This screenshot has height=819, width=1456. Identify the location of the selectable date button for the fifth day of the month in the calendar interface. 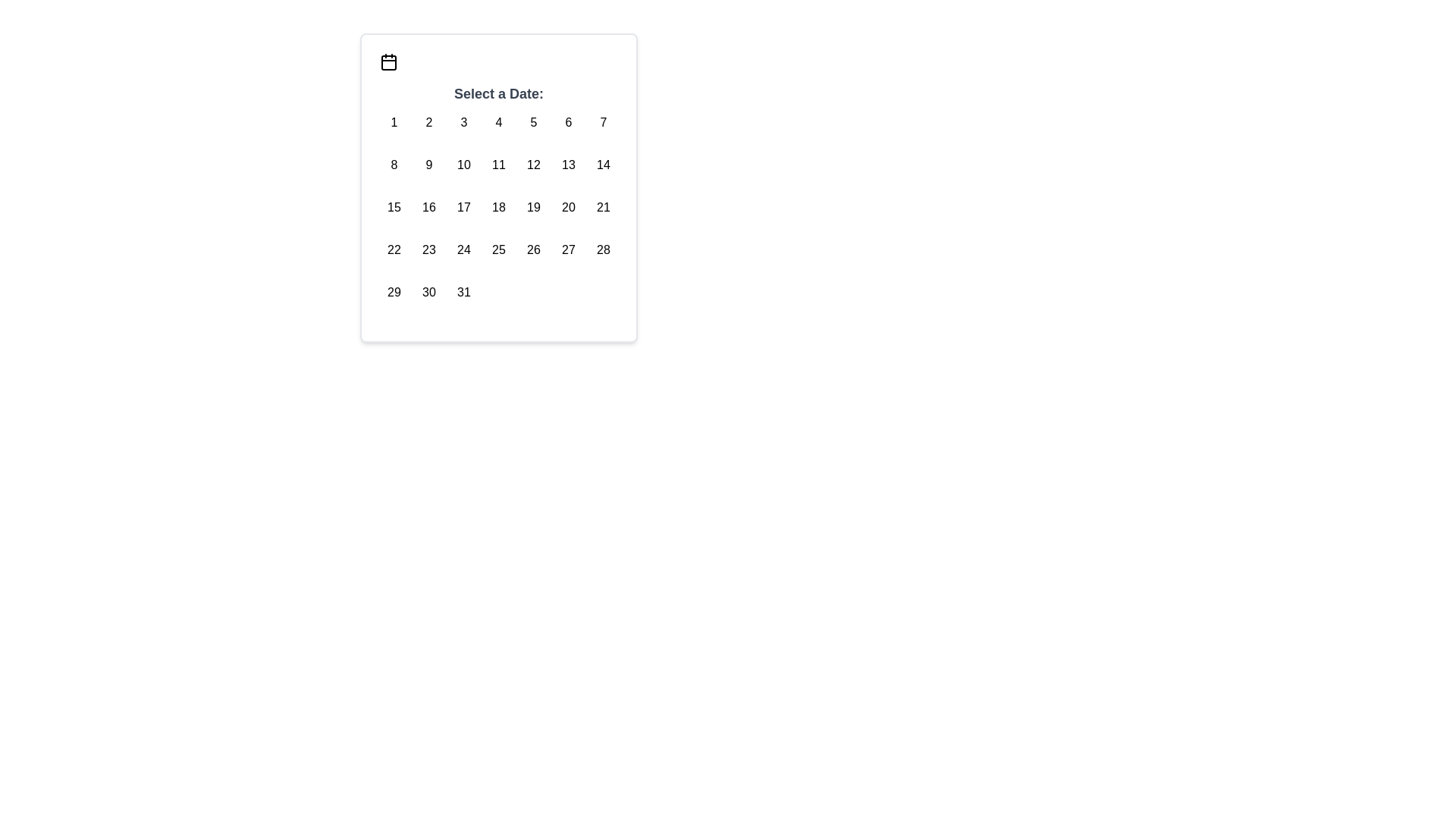
(534, 122).